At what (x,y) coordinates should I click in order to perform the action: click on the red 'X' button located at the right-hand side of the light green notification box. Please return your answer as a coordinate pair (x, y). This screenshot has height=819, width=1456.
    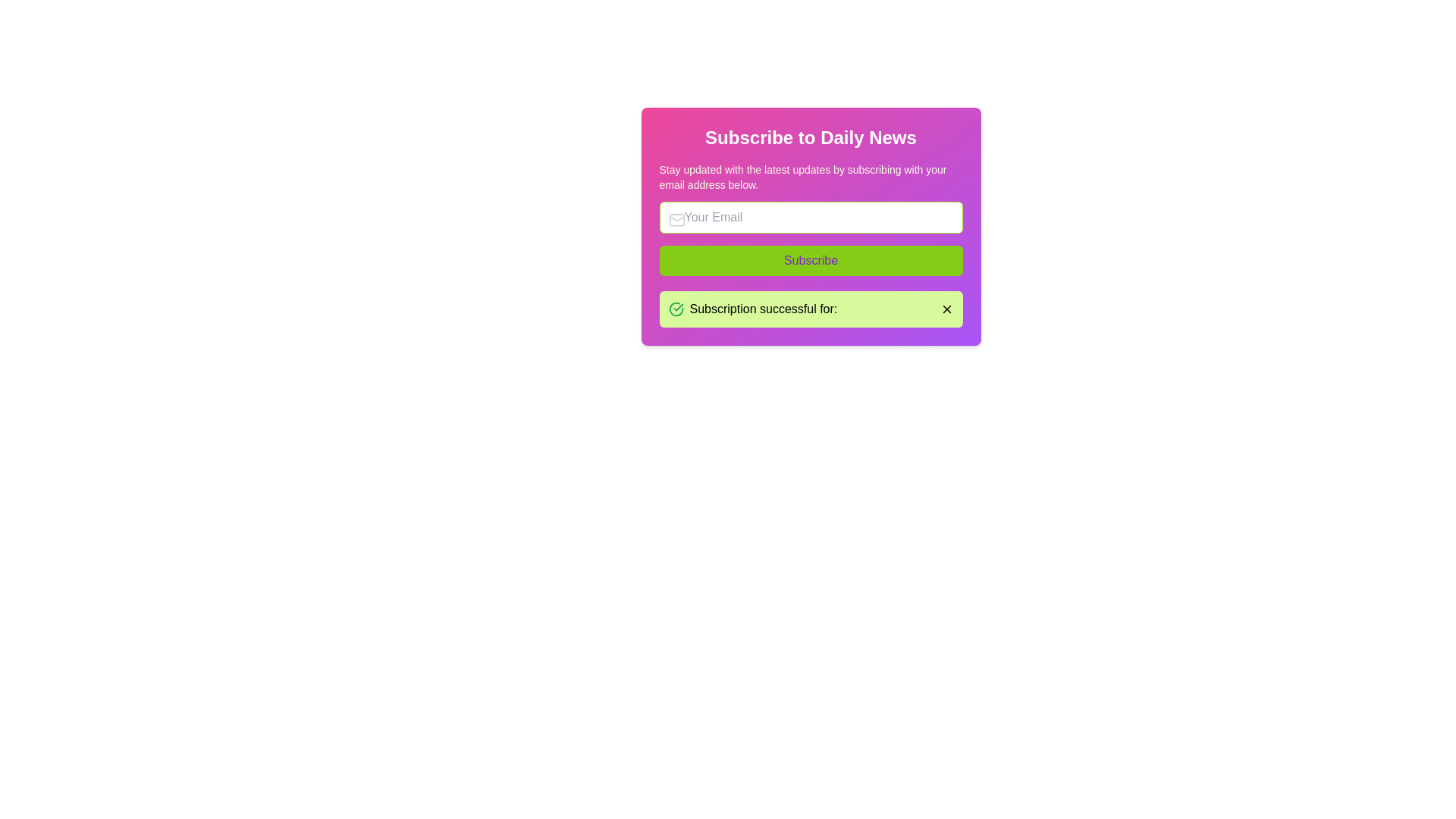
    Looking at the image, I should click on (946, 309).